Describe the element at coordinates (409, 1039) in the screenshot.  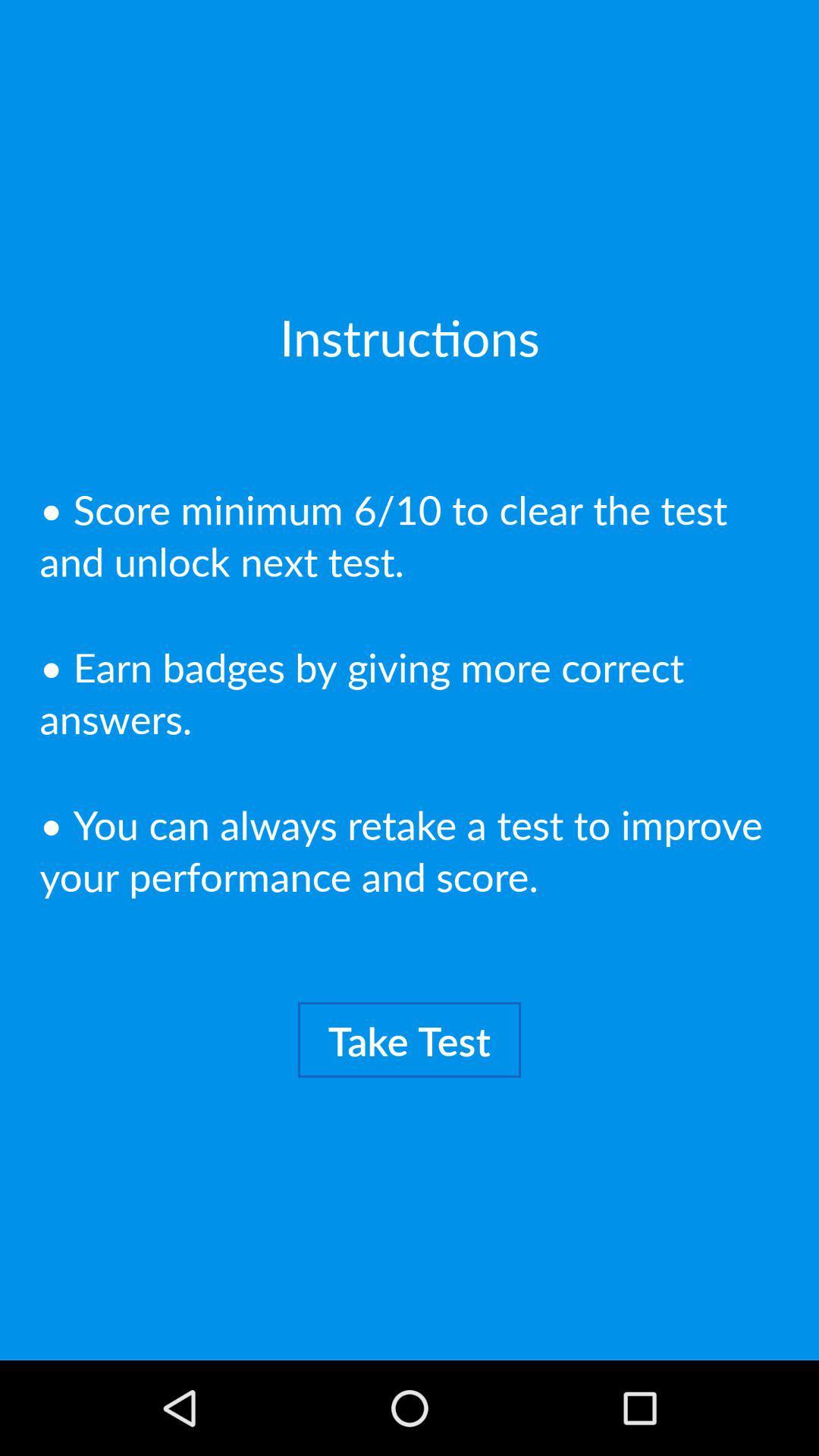
I see `take test` at that location.